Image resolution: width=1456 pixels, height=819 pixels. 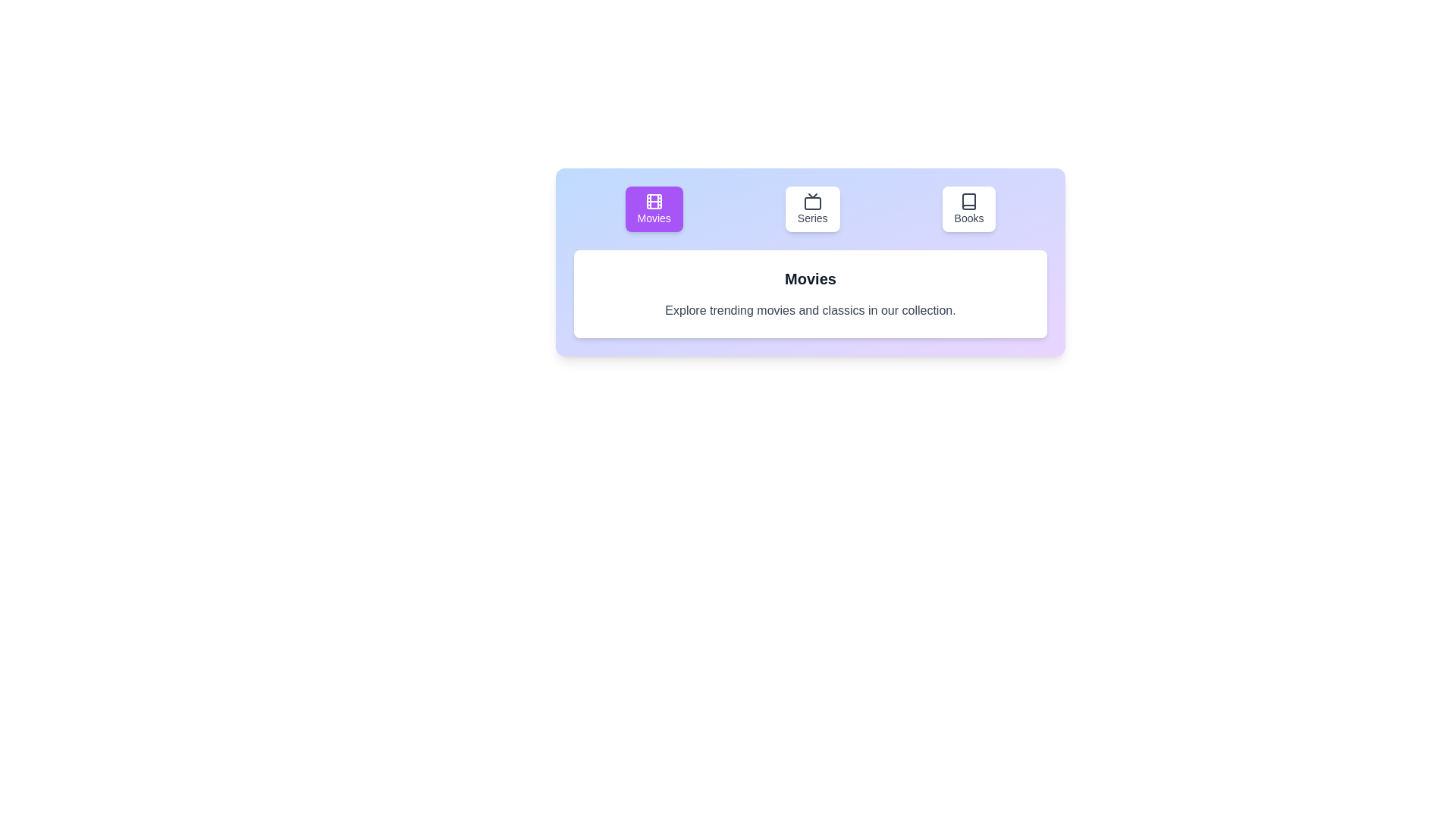 What do you see at coordinates (811, 209) in the screenshot?
I see `the tab labeled Series to observe its hover effect` at bounding box center [811, 209].